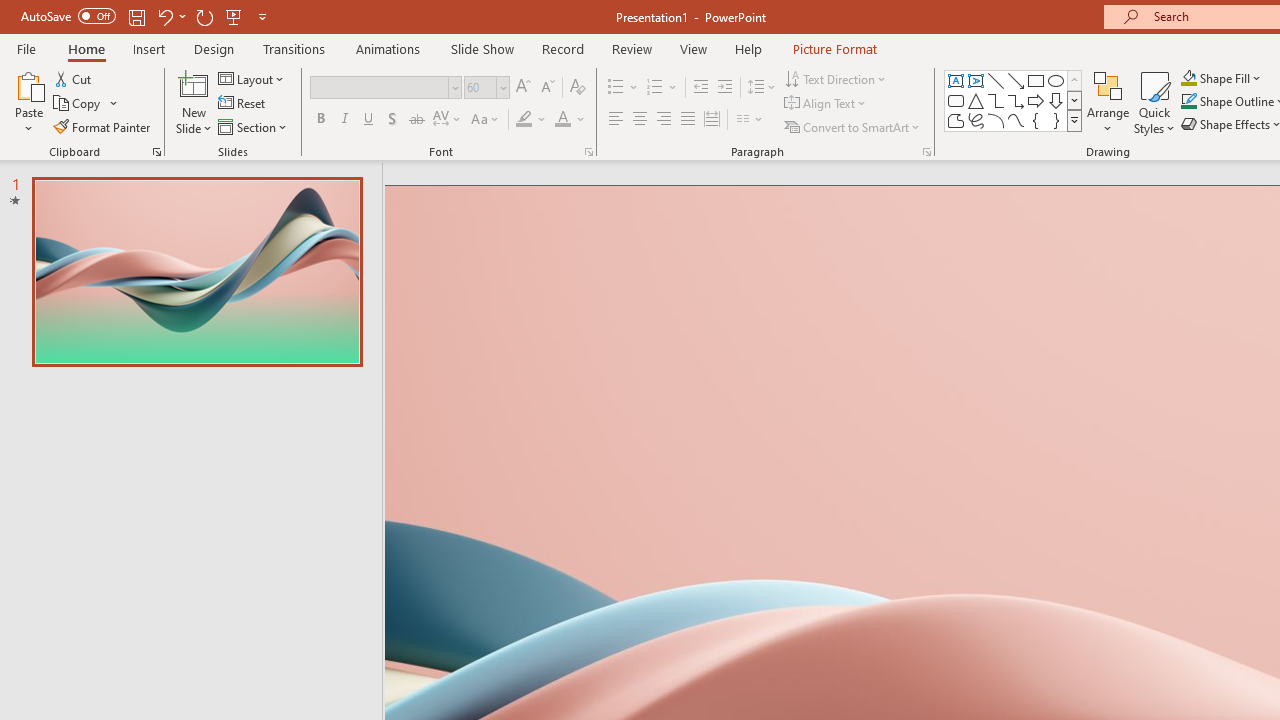 The height and width of the screenshot is (720, 1280). I want to click on 'Center', so click(640, 119).